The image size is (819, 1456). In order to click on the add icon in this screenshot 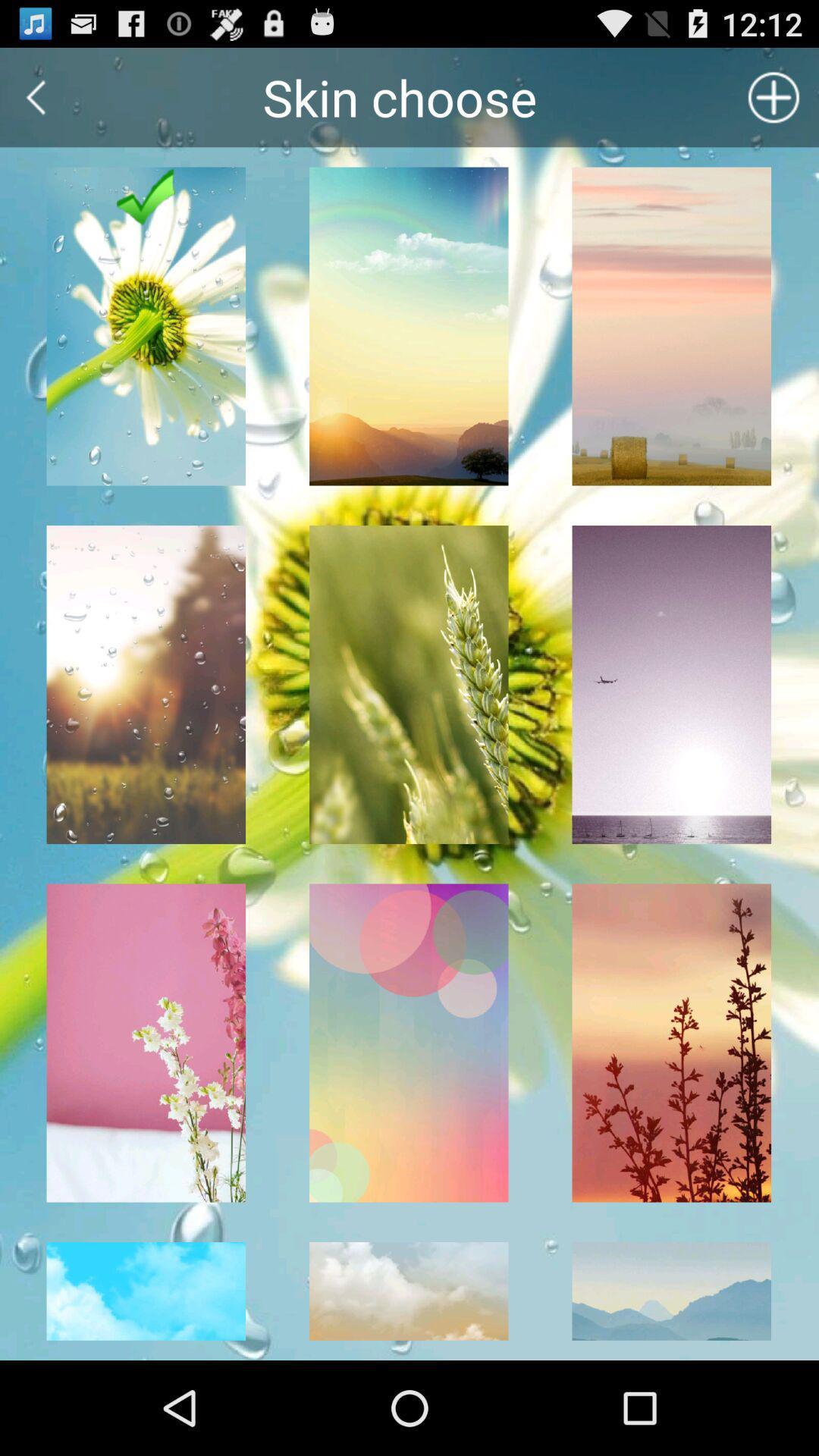, I will do `click(773, 103)`.